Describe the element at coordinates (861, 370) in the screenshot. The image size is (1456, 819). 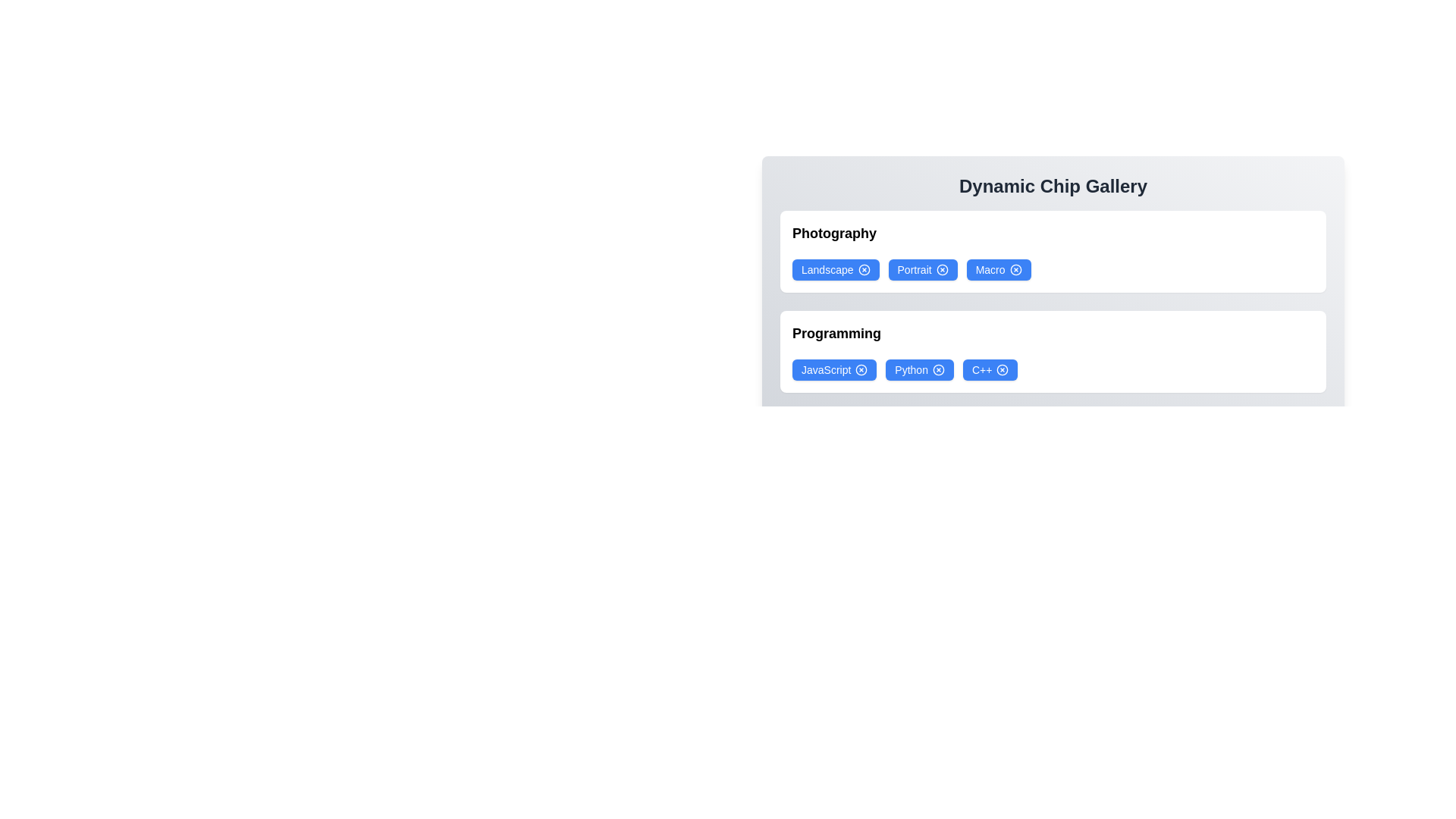
I see `'X' icon on the chip labeled JavaScript to remove it` at that location.